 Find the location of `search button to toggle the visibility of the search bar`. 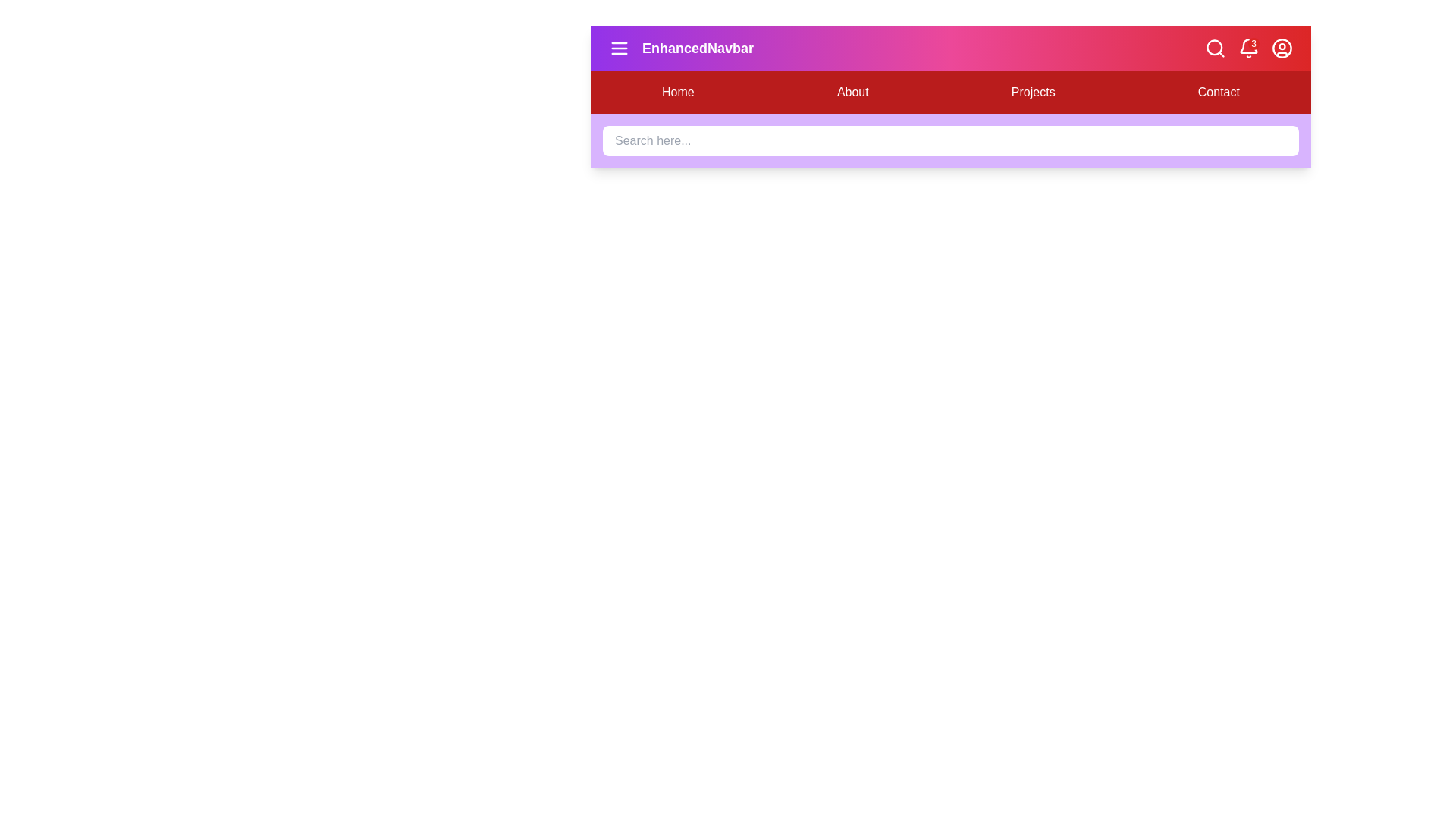

search button to toggle the visibility of the search bar is located at coordinates (1216, 48).